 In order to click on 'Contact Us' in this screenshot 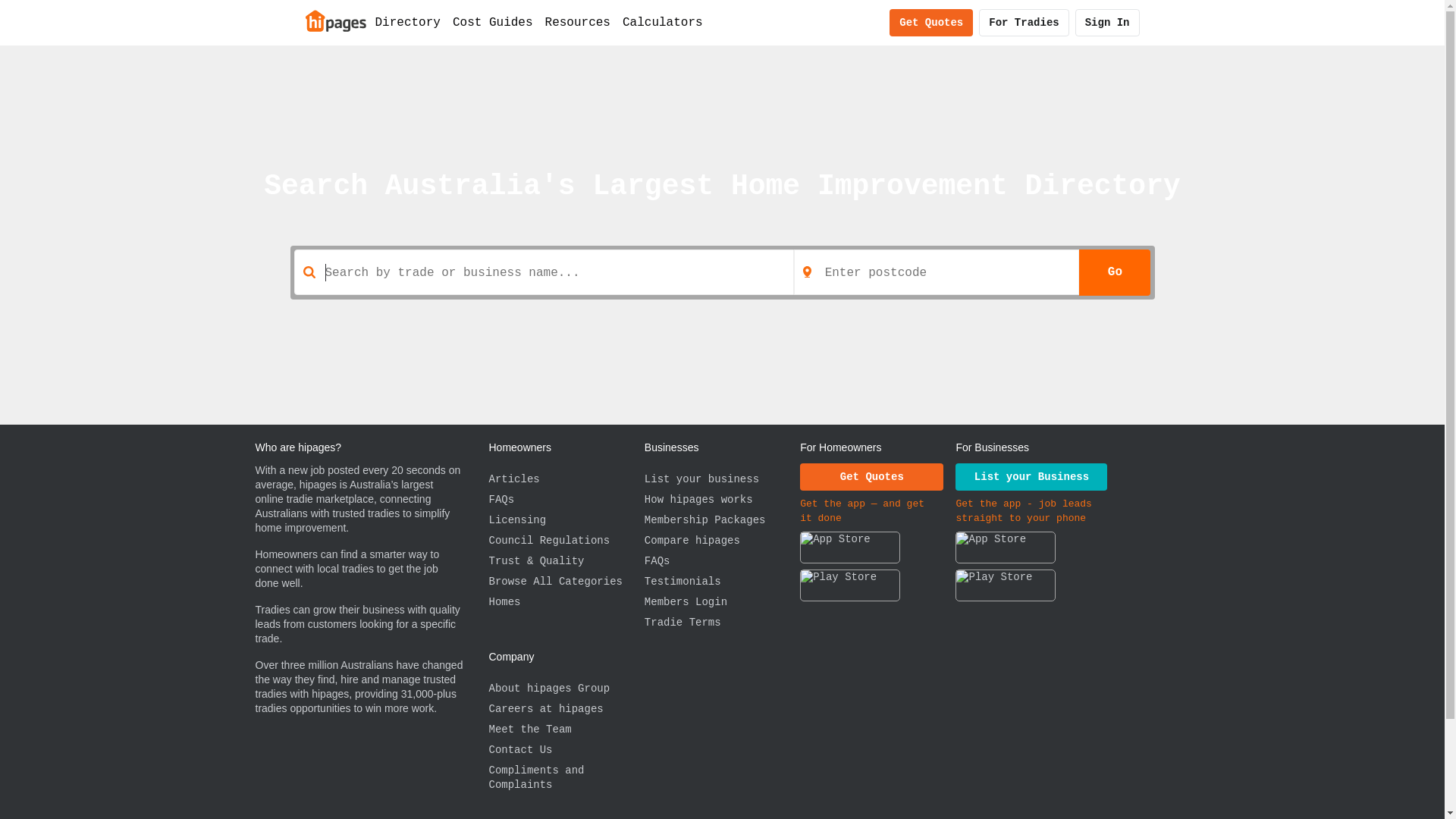, I will do `click(565, 749)`.